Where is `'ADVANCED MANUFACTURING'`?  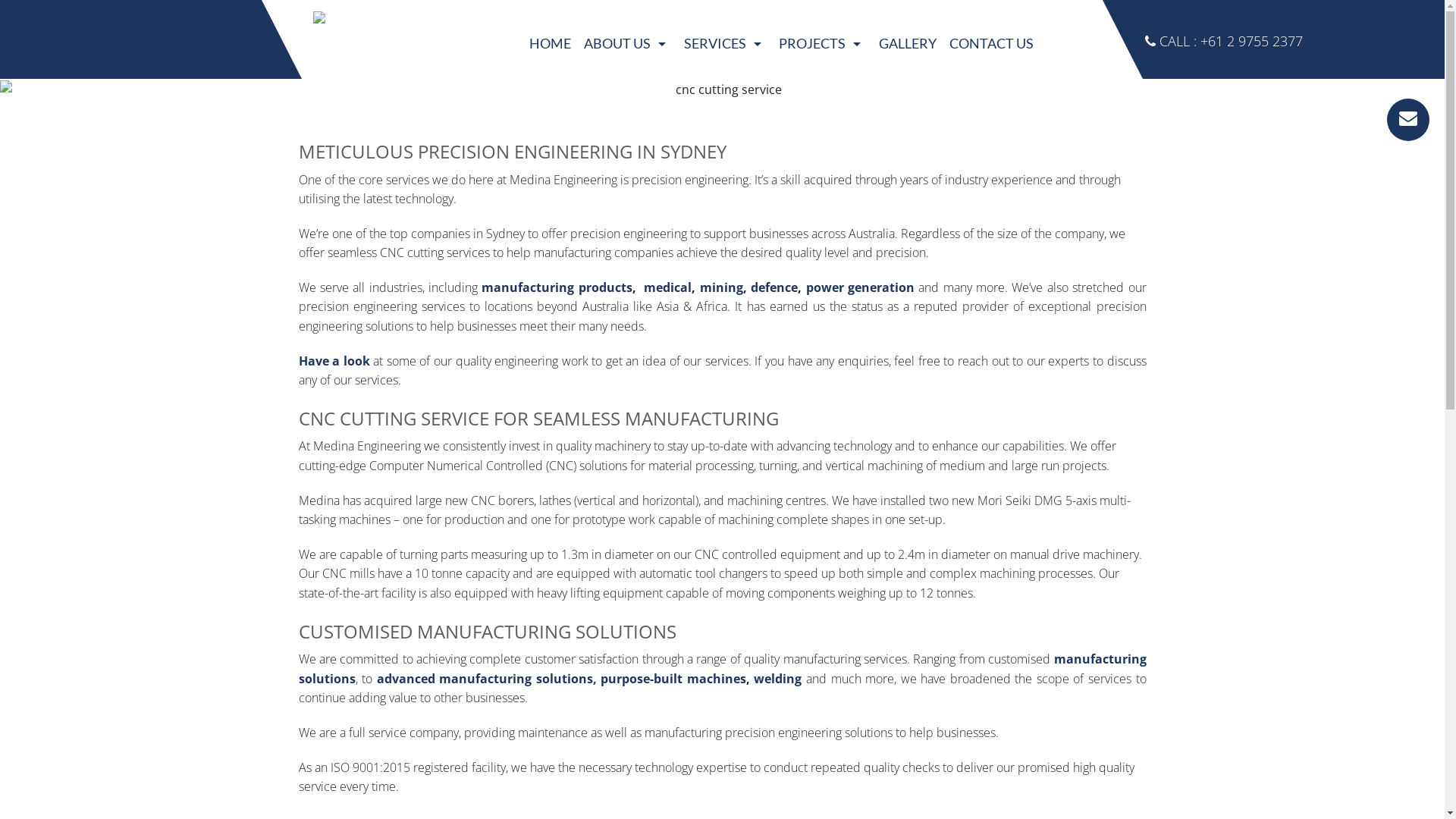 'ADVANCED MANUFACTURING' is located at coordinates (676, 158).